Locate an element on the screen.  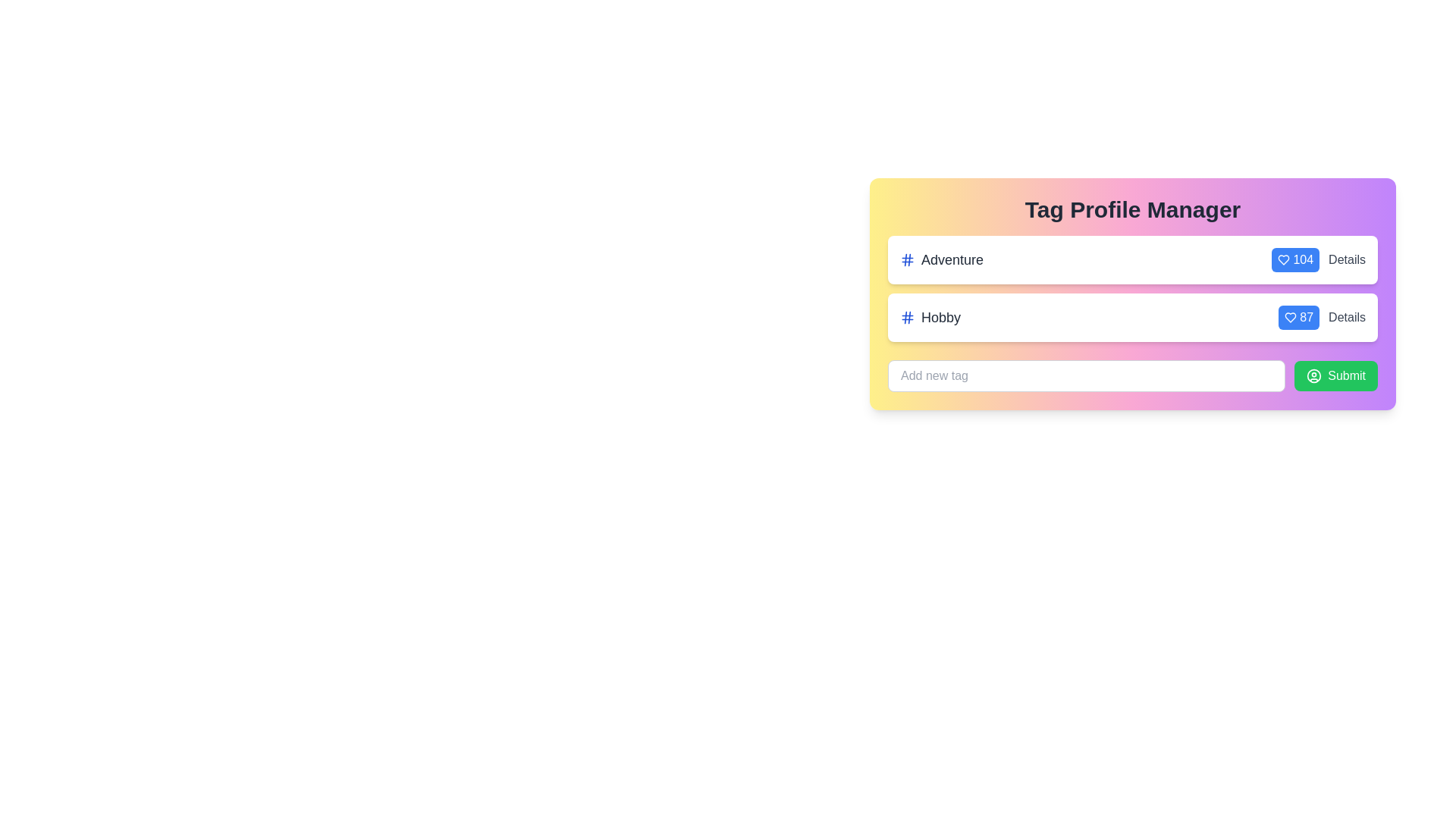
the 'Adventure' tag element, which is the first item in the 'Tag Profile Manager' section is located at coordinates (941, 259).